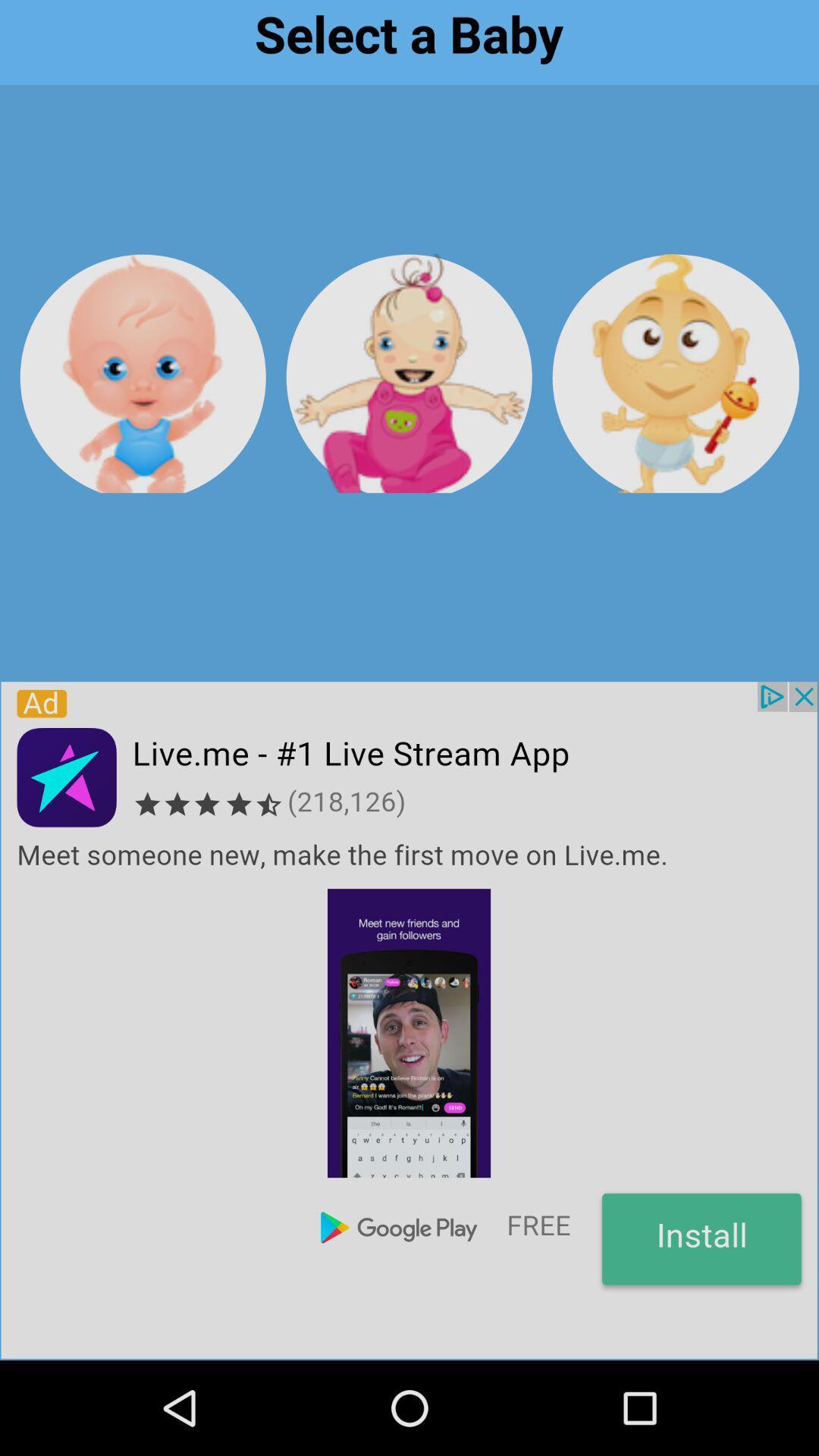 This screenshot has width=819, height=1456. I want to click on baby, so click(408, 373).